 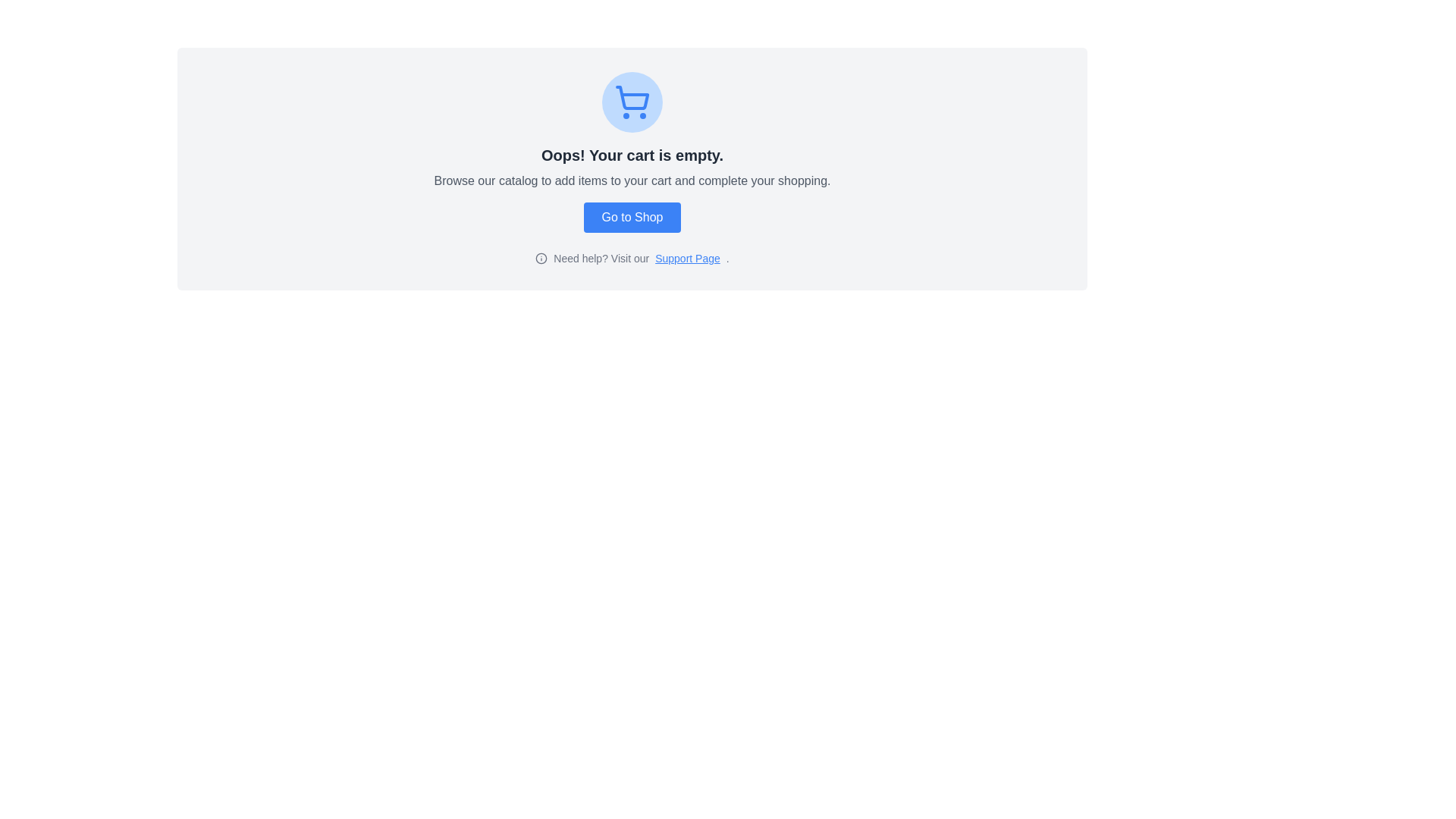 I want to click on the circular information icon with a hollow center and intersecting strokes located at the bottom of the displayed card, adjacent to the text 'Need help? Visit our Support Page.', so click(x=541, y=257).